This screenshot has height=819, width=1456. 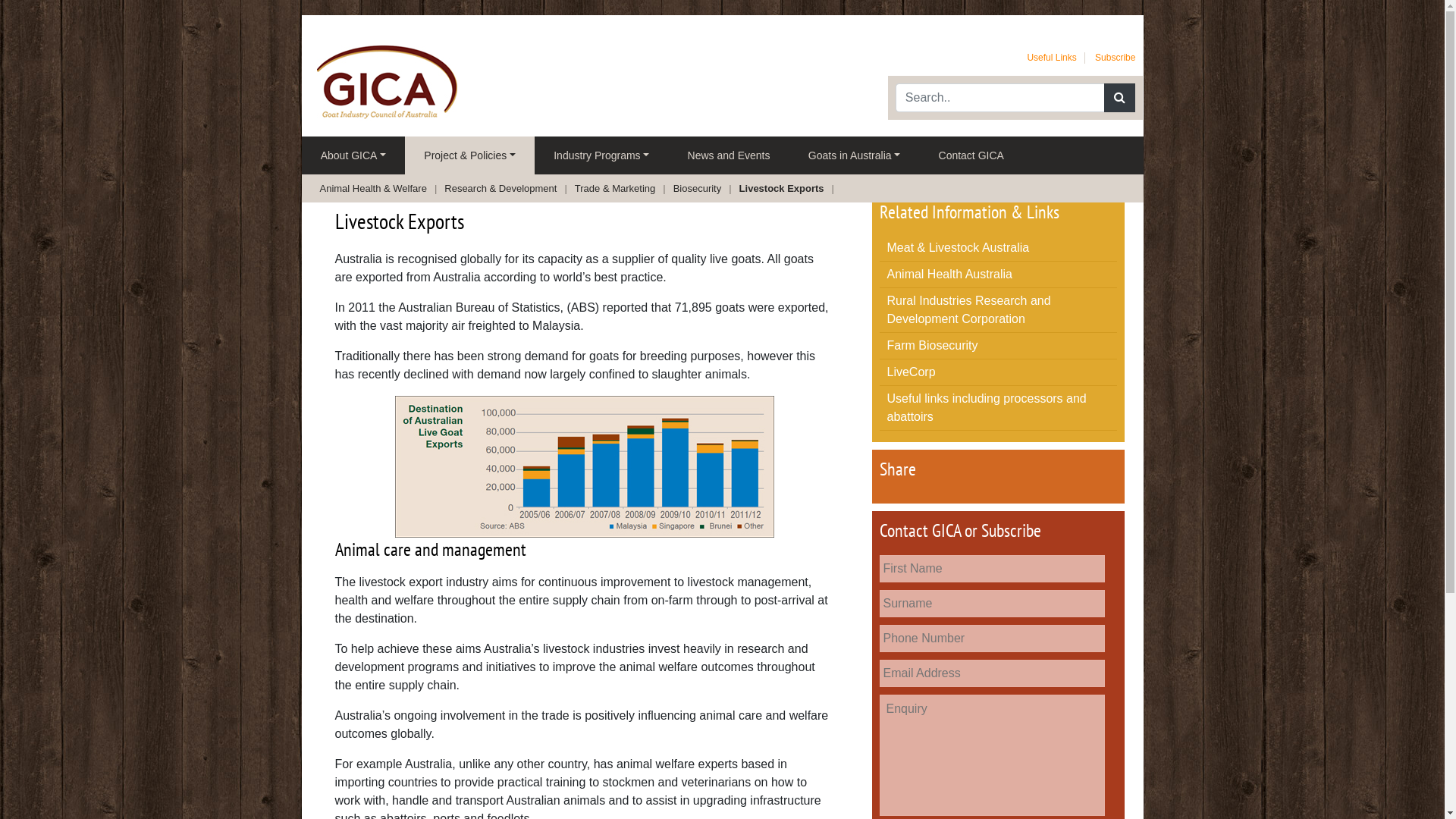 What do you see at coordinates (1115, 57) in the screenshot?
I see `'Subscribe'` at bounding box center [1115, 57].